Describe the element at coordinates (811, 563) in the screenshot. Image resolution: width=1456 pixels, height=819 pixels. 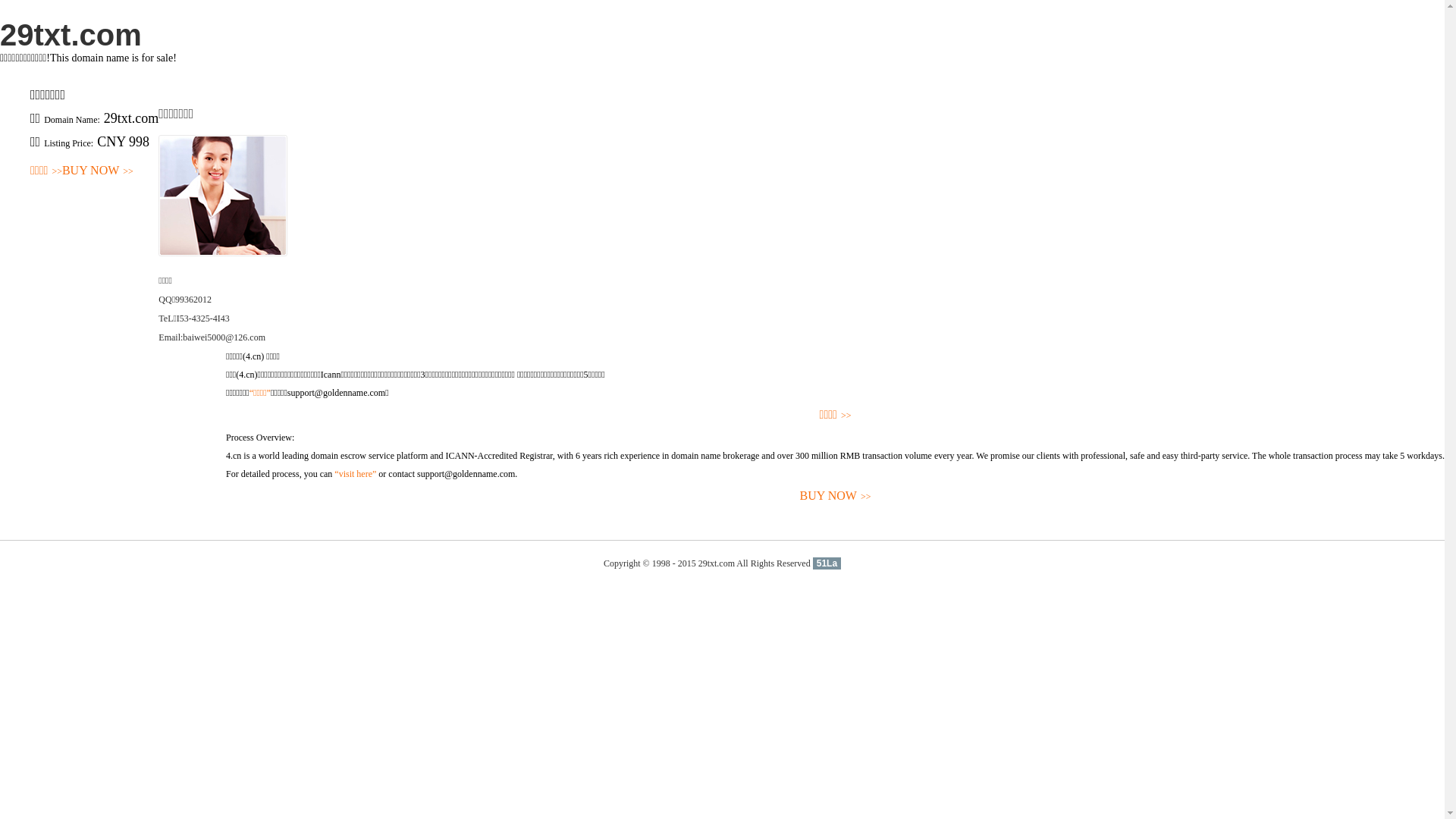
I see `'51La'` at that location.